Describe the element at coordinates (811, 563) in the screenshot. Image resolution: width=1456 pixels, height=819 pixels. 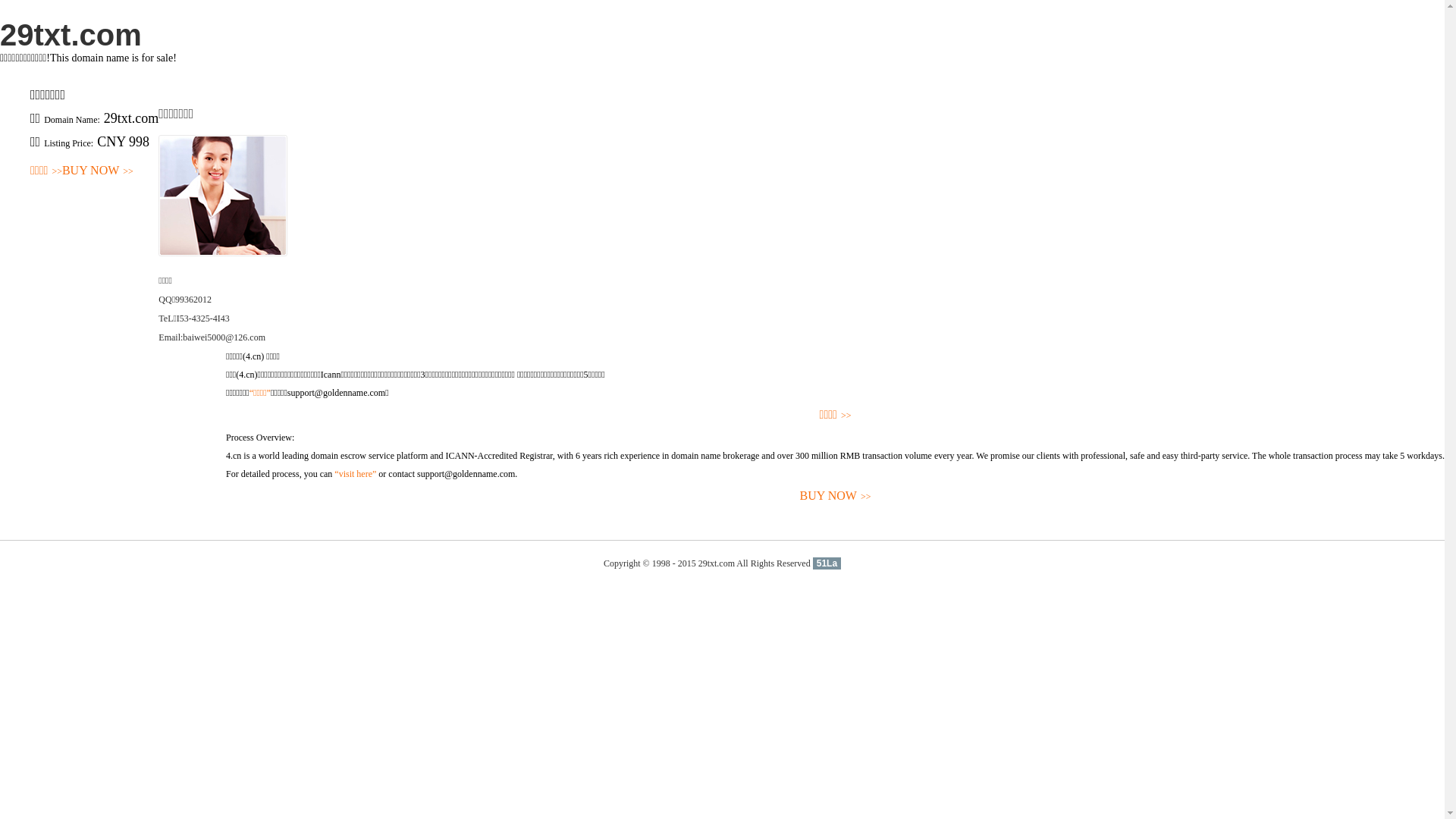
I see `'51La'` at that location.